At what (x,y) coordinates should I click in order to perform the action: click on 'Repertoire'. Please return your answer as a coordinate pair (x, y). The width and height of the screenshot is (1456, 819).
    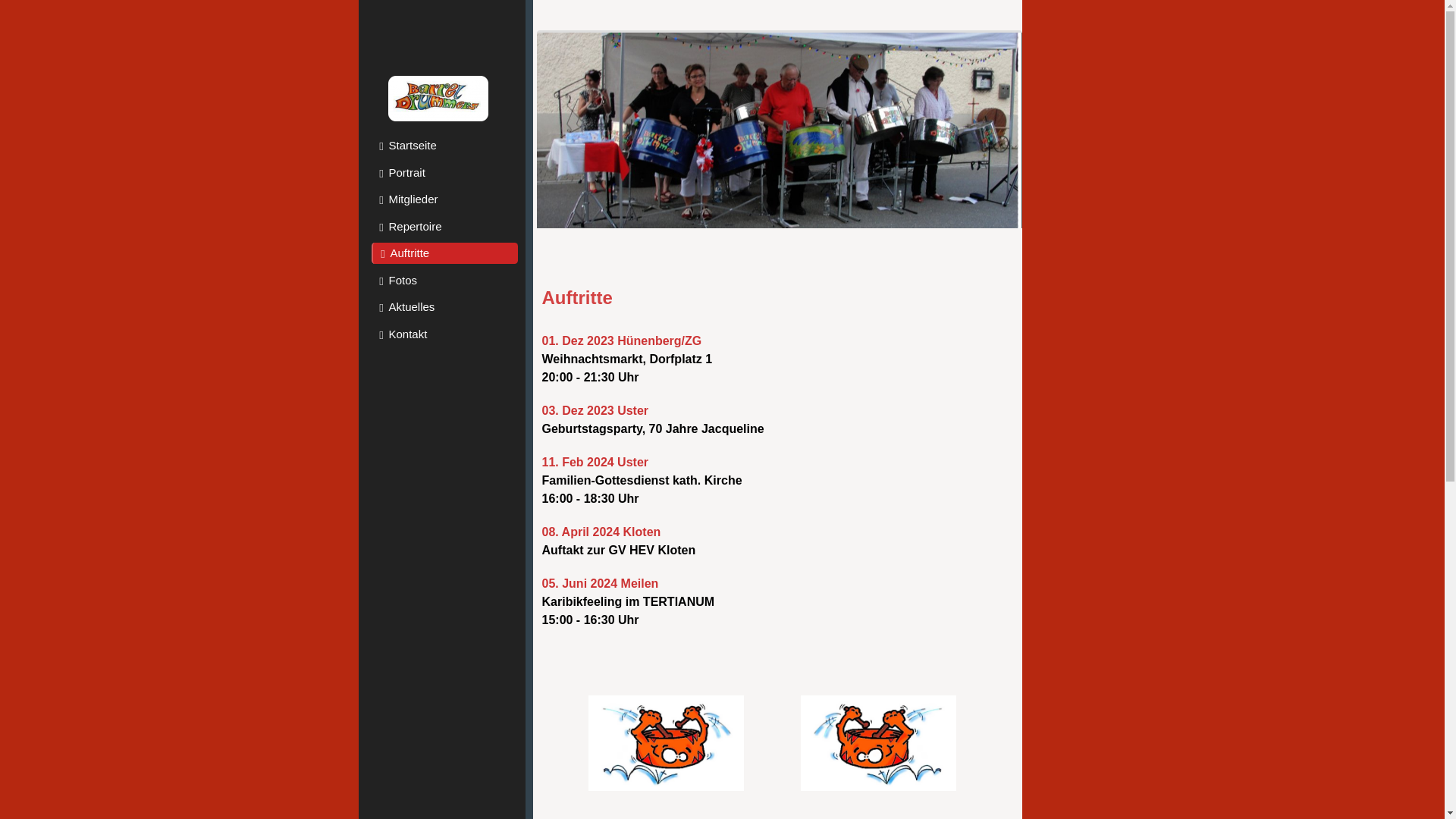
    Looking at the image, I should click on (444, 225).